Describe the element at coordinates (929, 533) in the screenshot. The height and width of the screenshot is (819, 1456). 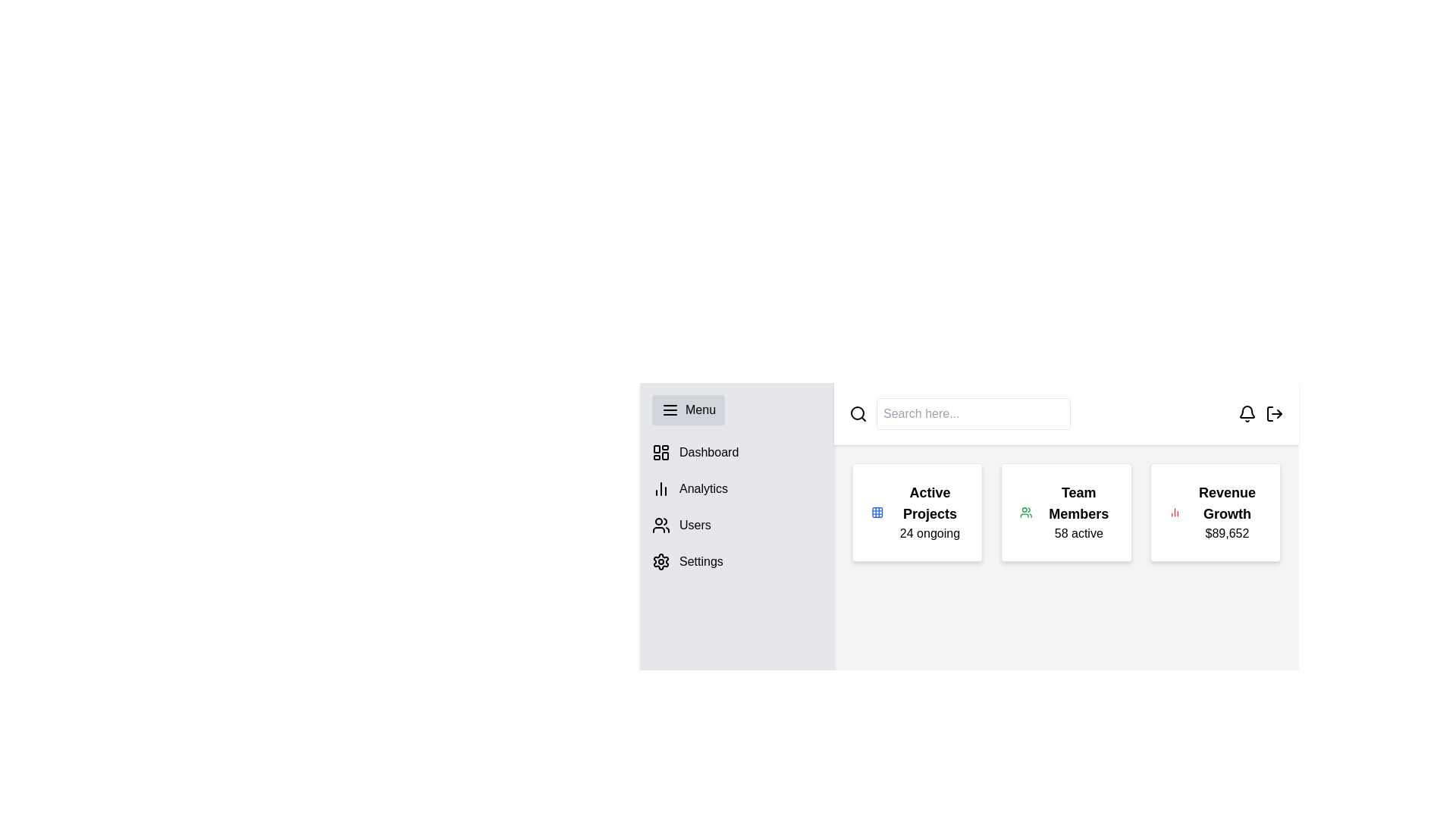
I see `the static text element that indicates the ongoing count of projects, located within the 'Active Projects' card, directly below the 'Active Projects' label` at that location.